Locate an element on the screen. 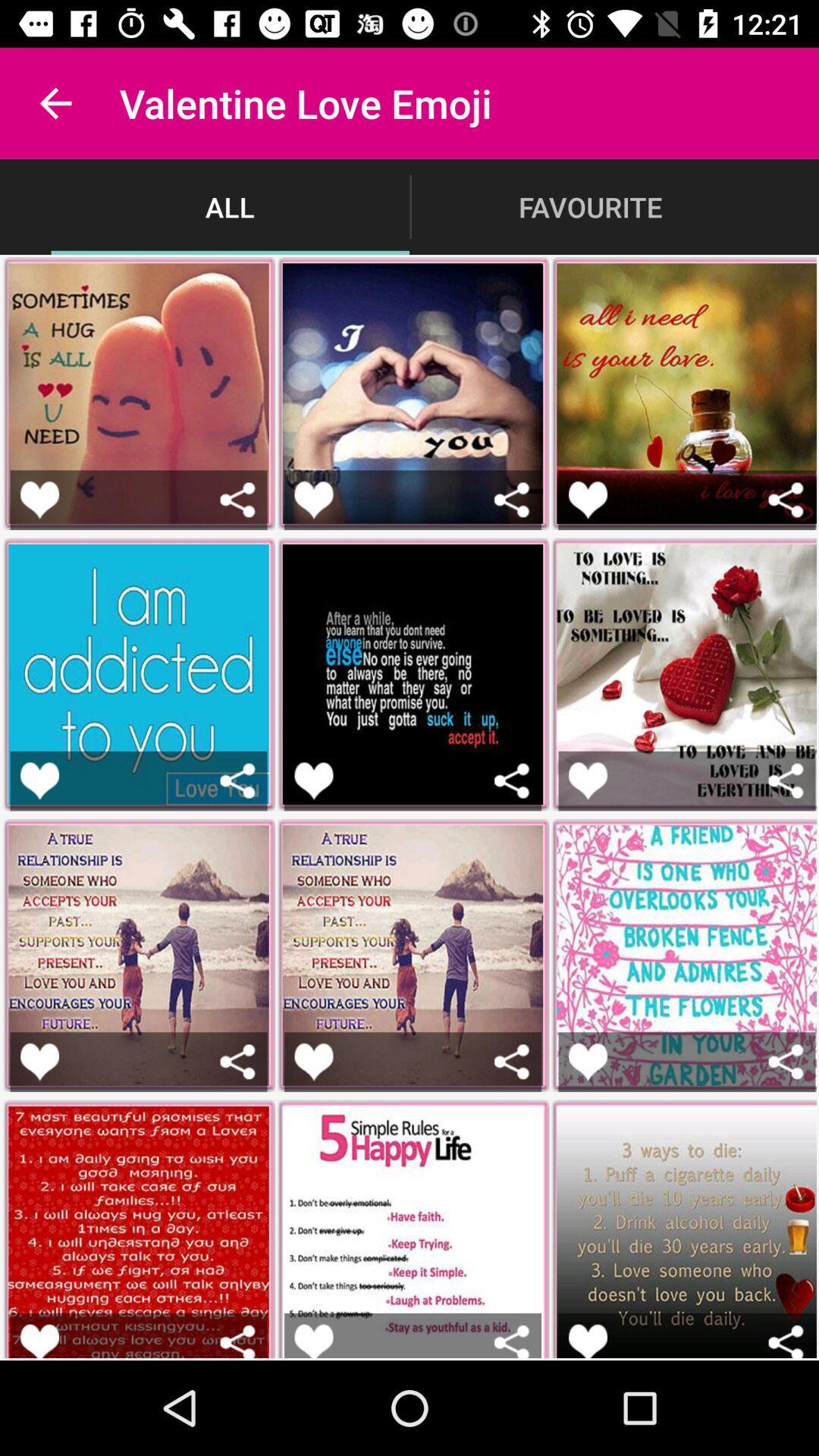 The image size is (819, 1456). share the image is located at coordinates (512, 780).